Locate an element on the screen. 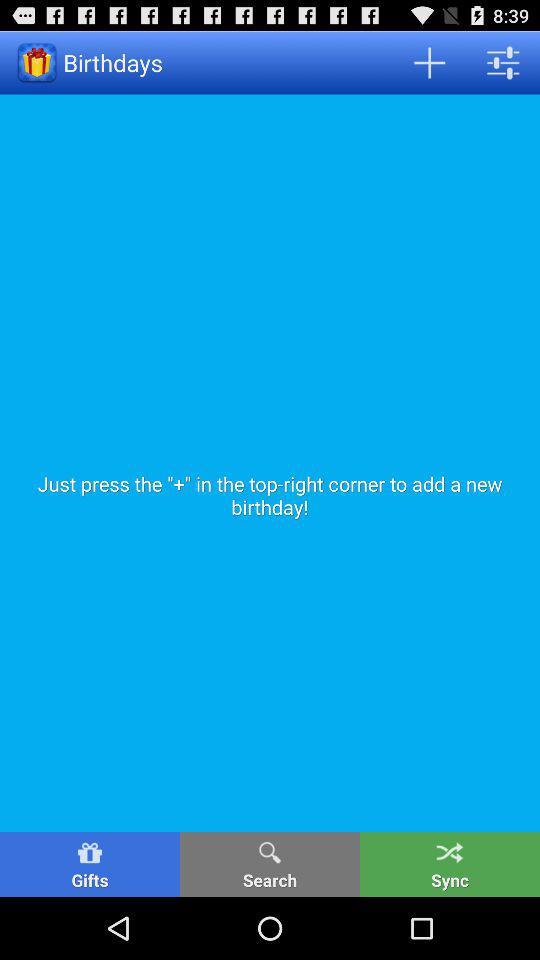 This screenshot has height=960, width=540. the item next to the sync button is located at coordinates (270, 863).